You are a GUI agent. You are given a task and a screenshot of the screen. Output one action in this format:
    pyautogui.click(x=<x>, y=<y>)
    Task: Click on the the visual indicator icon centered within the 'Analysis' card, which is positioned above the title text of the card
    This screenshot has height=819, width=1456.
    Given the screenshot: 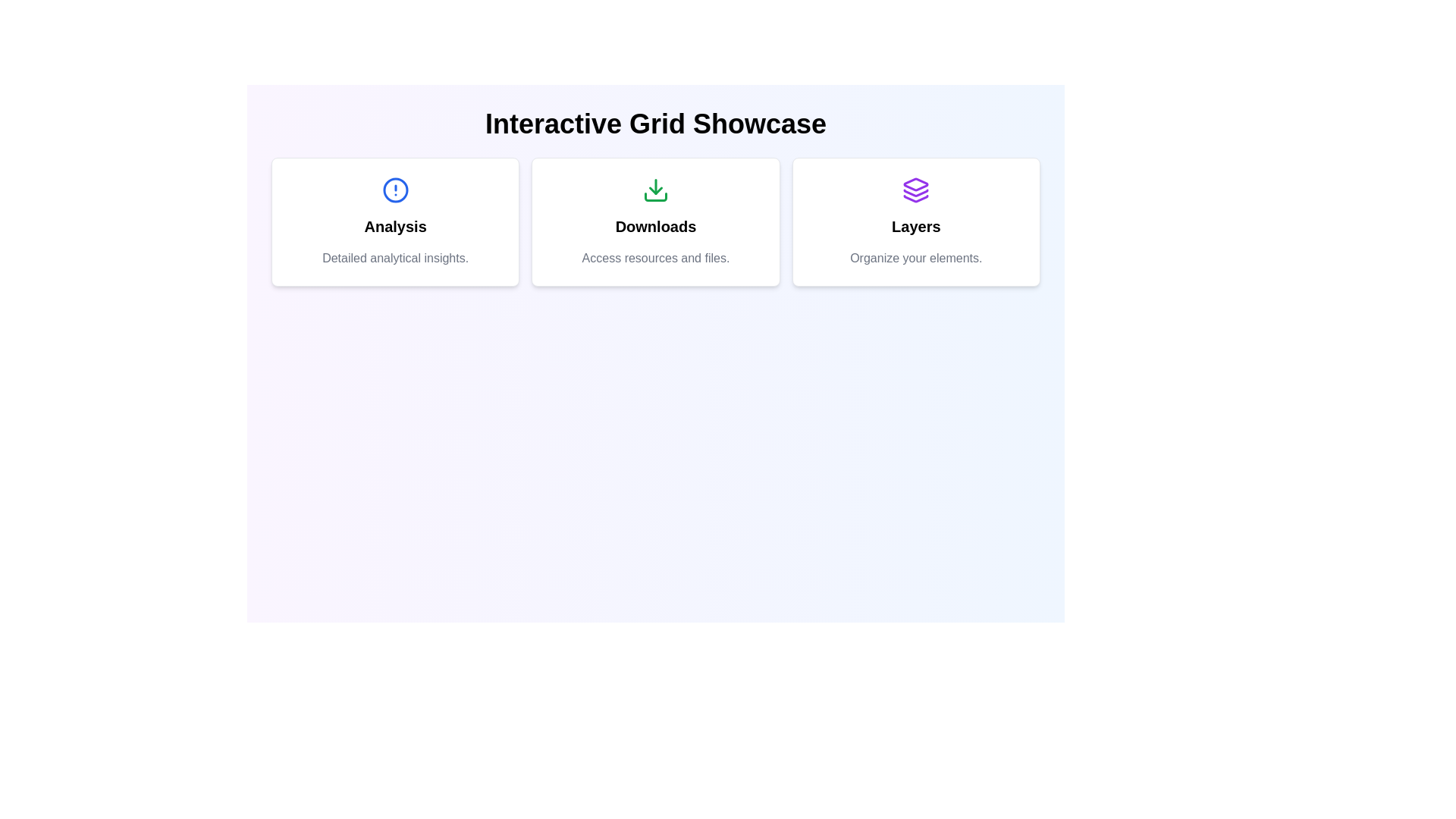 What is the action you would take?
    pyautogui.click(x=395, y=189)
    